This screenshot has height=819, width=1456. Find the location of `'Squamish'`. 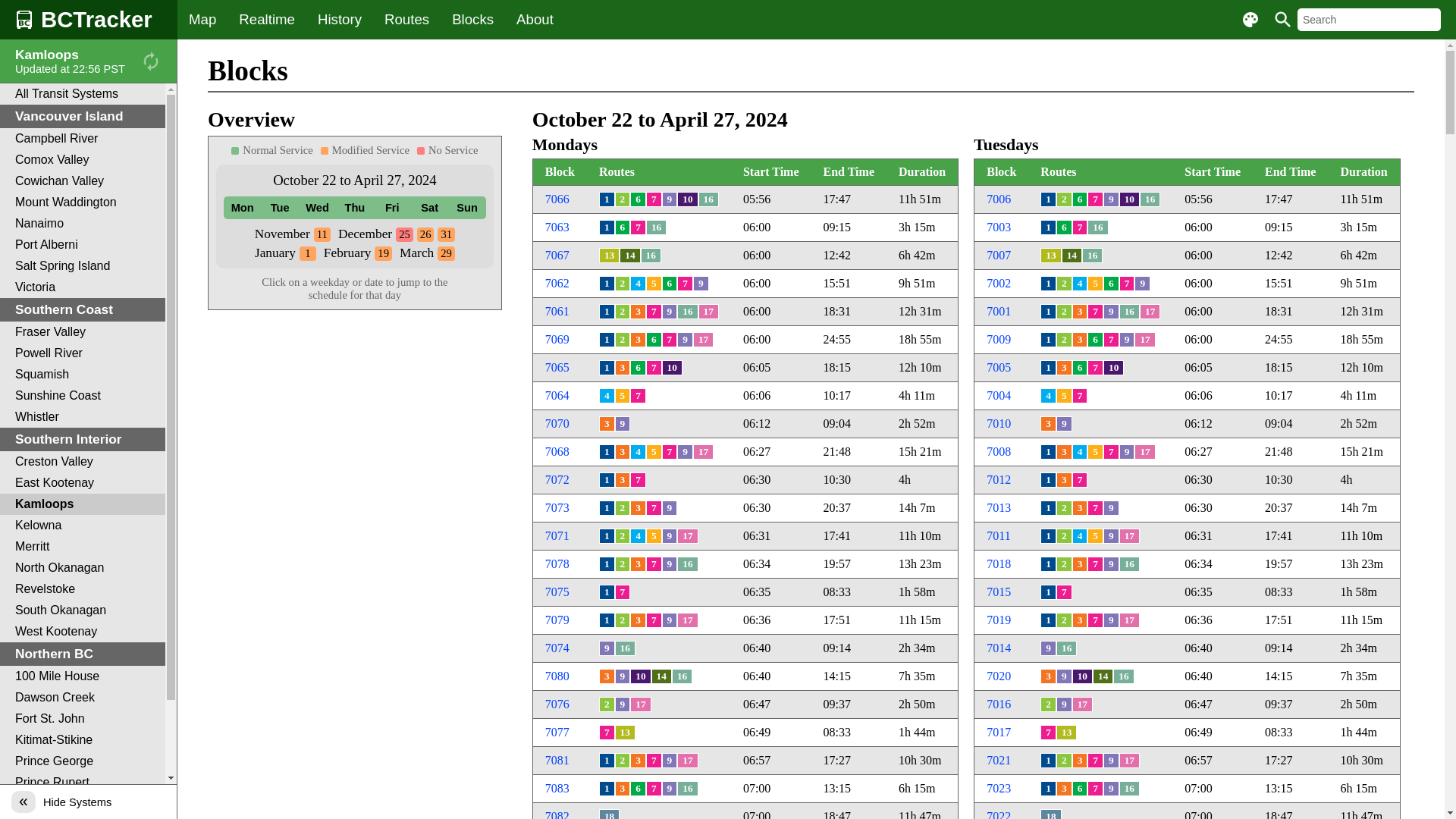

'Squamish' is located at coordinates (82, 374).